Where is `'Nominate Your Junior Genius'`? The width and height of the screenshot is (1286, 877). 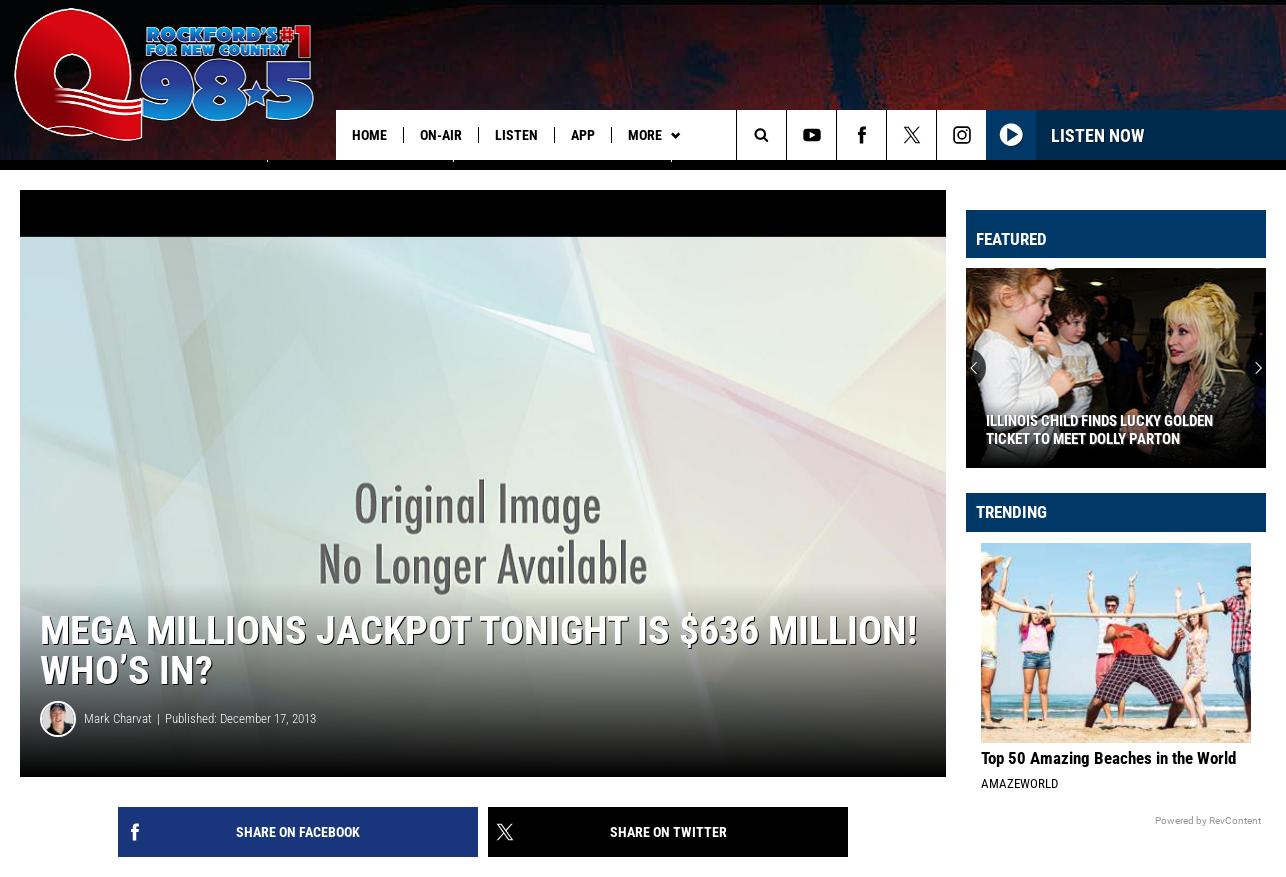
'Nominate Your Junior Genius' is located at coordinates (561, 176).